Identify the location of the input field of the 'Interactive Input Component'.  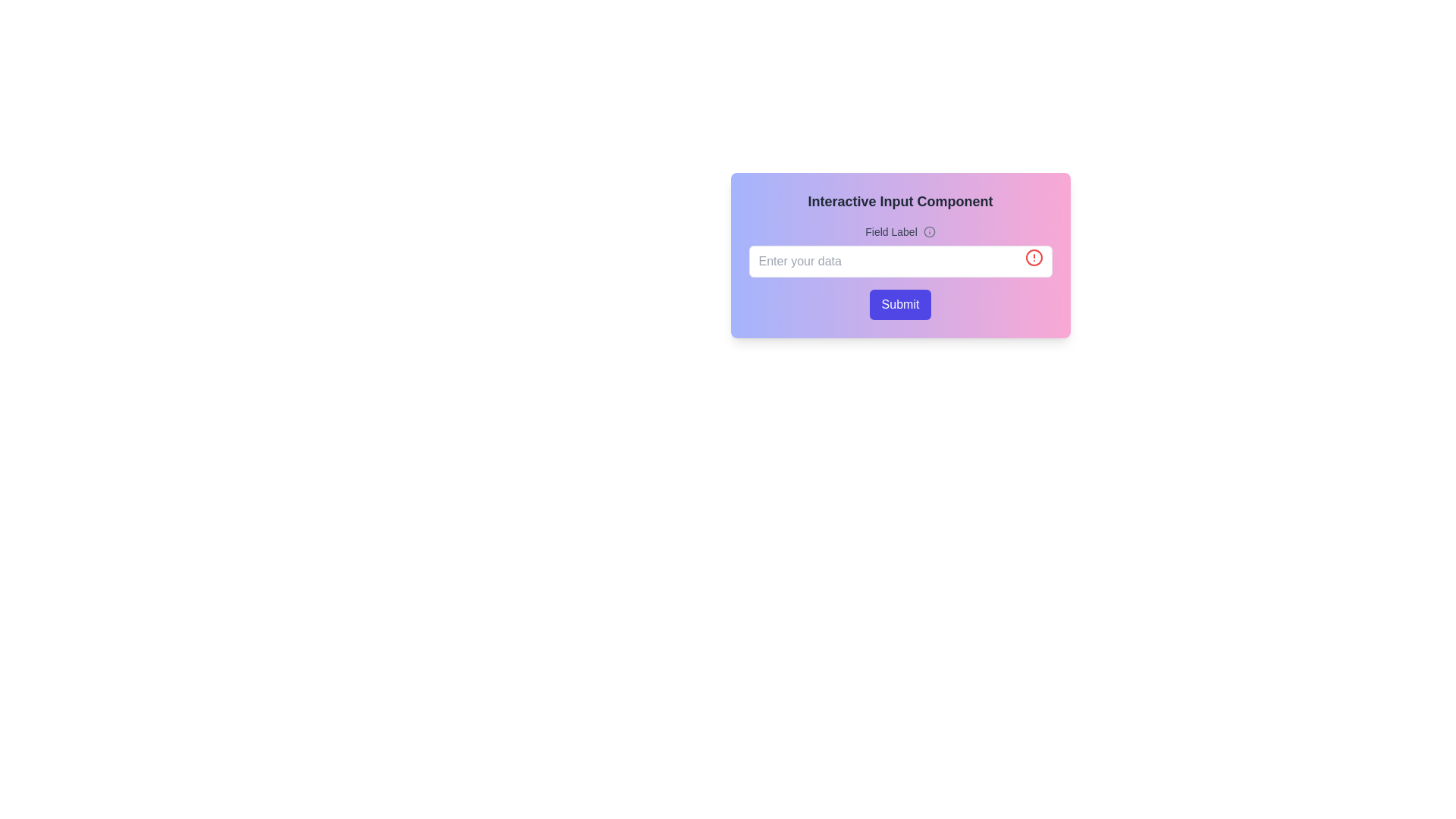
(900, 254).